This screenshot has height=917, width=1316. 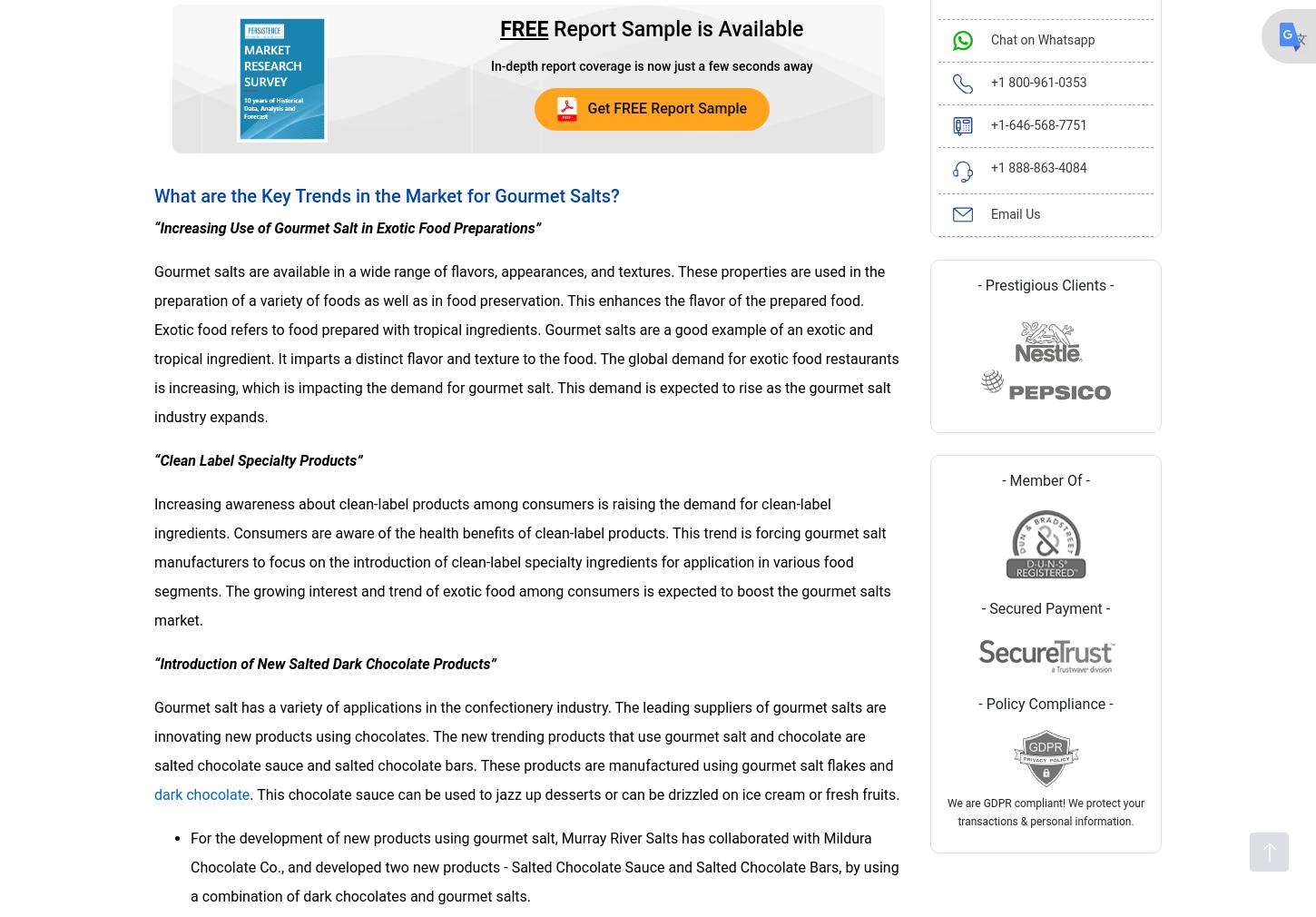 What do you see at coordinates (258, 458) in the screenshot?
I see `'“Clean Label Specialty Products”'` at bounding box center [258, 458].